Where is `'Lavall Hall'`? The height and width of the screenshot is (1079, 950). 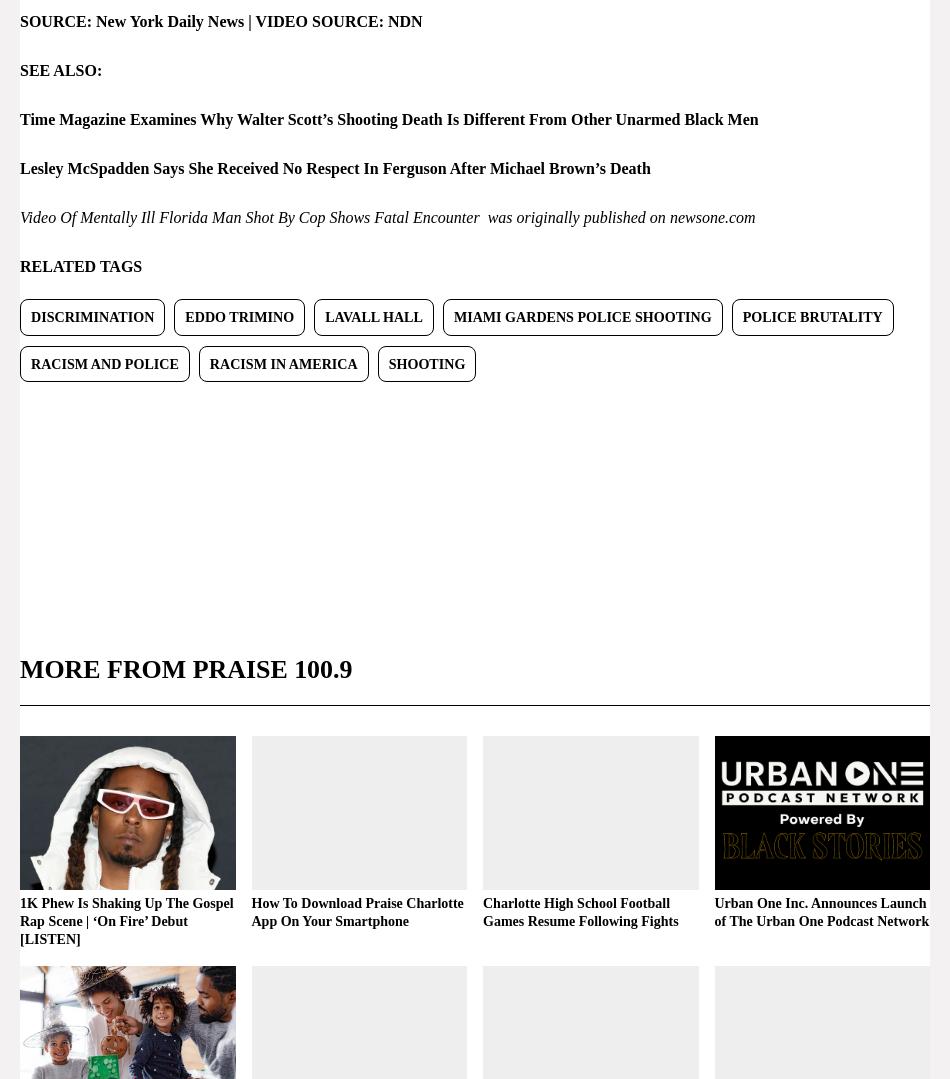 'Lavall Hall' is located at coordinates (372, 315).